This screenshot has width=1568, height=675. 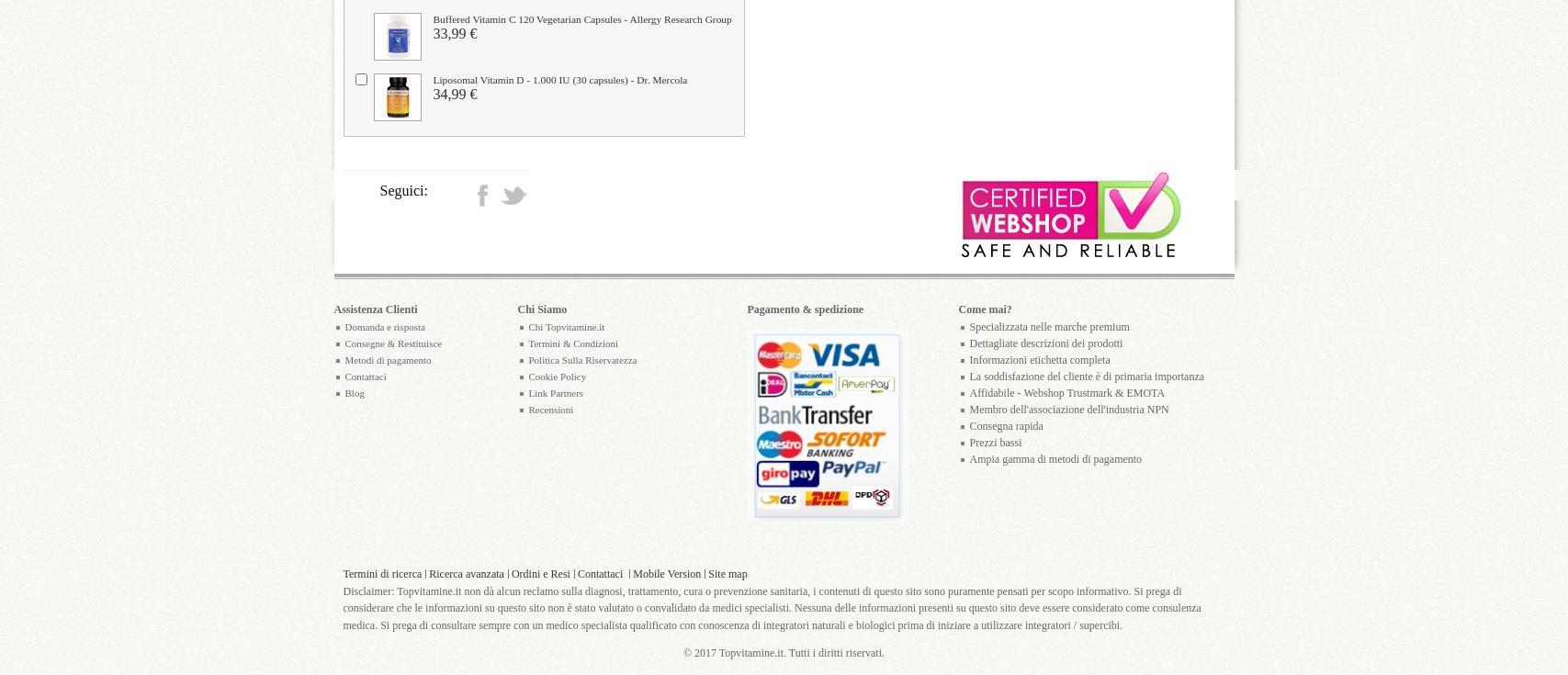 What do you see at coordinates (559, 80) in the screenshot?
I see `'Liposomal Vitamin D - 1.000 IU (30 capsules) - Dr. Mercola'` at bounding box center [559, 80].